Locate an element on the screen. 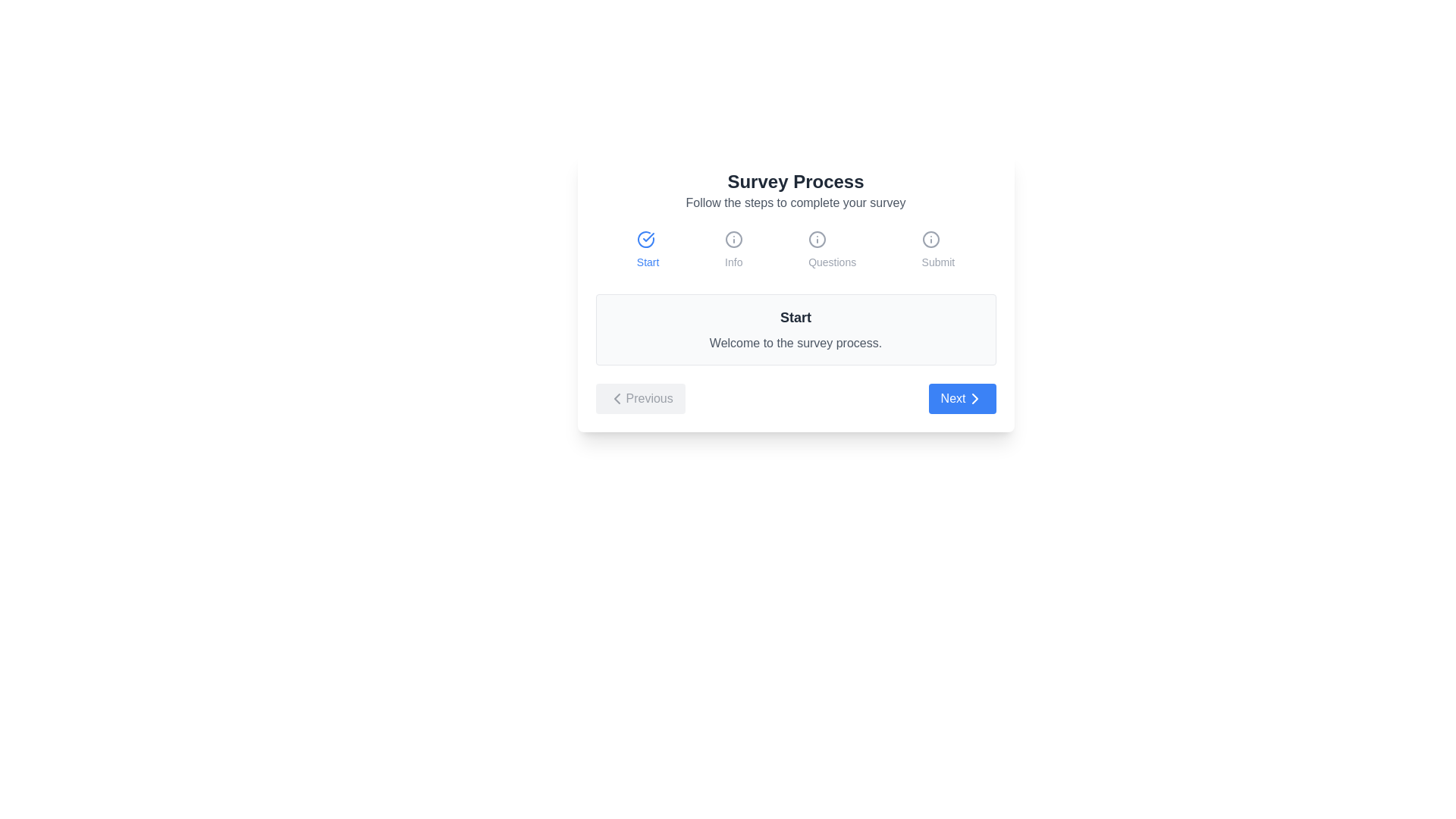  the circular icon with a checkmark inside, which signifies a 'completed' or 'success' indicator, located at the top left of the 'Survey Process' panel in the 'Start' step section is located at coordinates (645, 239).